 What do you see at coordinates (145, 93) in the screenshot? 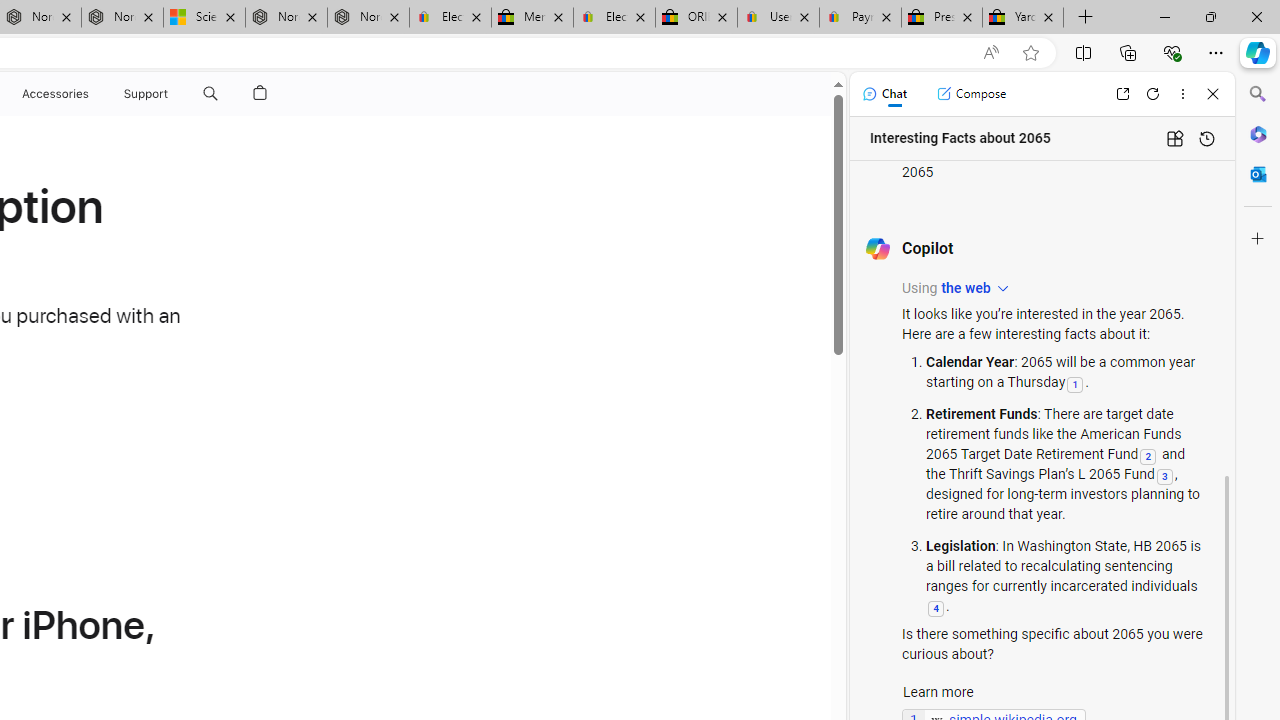
I see `'Support'` at bounding box center [145, 93].